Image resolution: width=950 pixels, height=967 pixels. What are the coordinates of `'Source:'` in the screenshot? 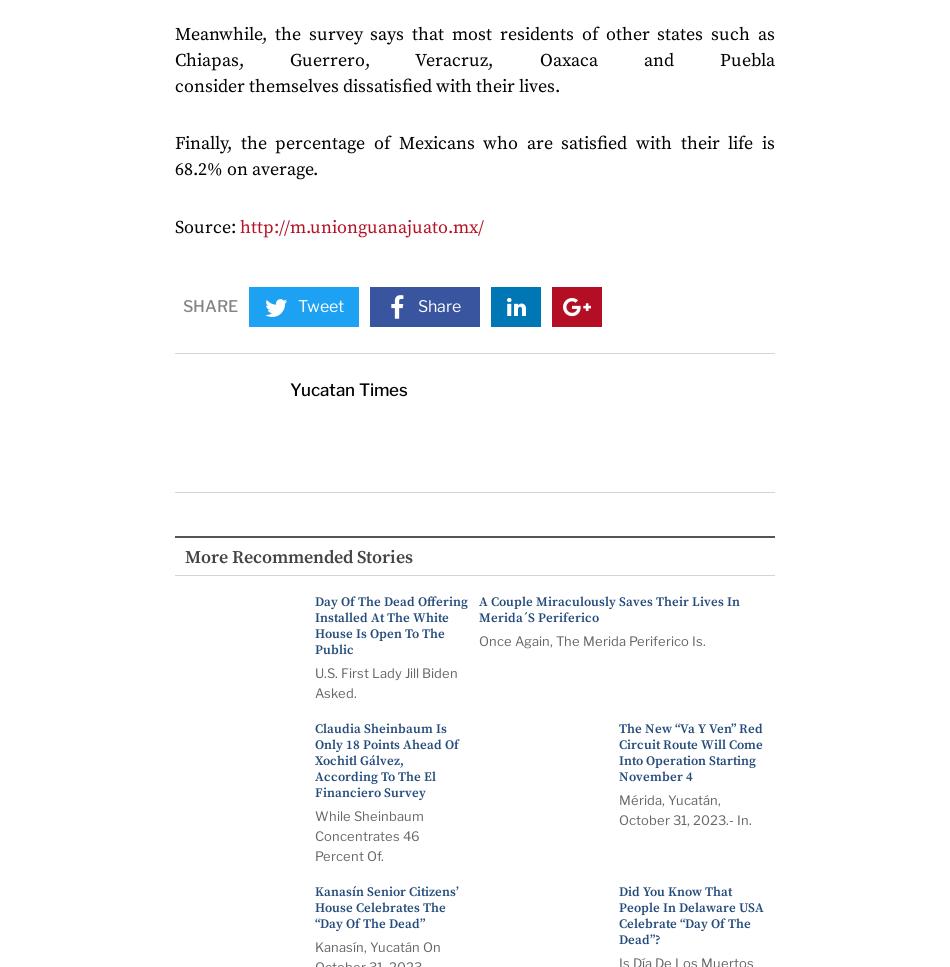 It's located at (174, 226).